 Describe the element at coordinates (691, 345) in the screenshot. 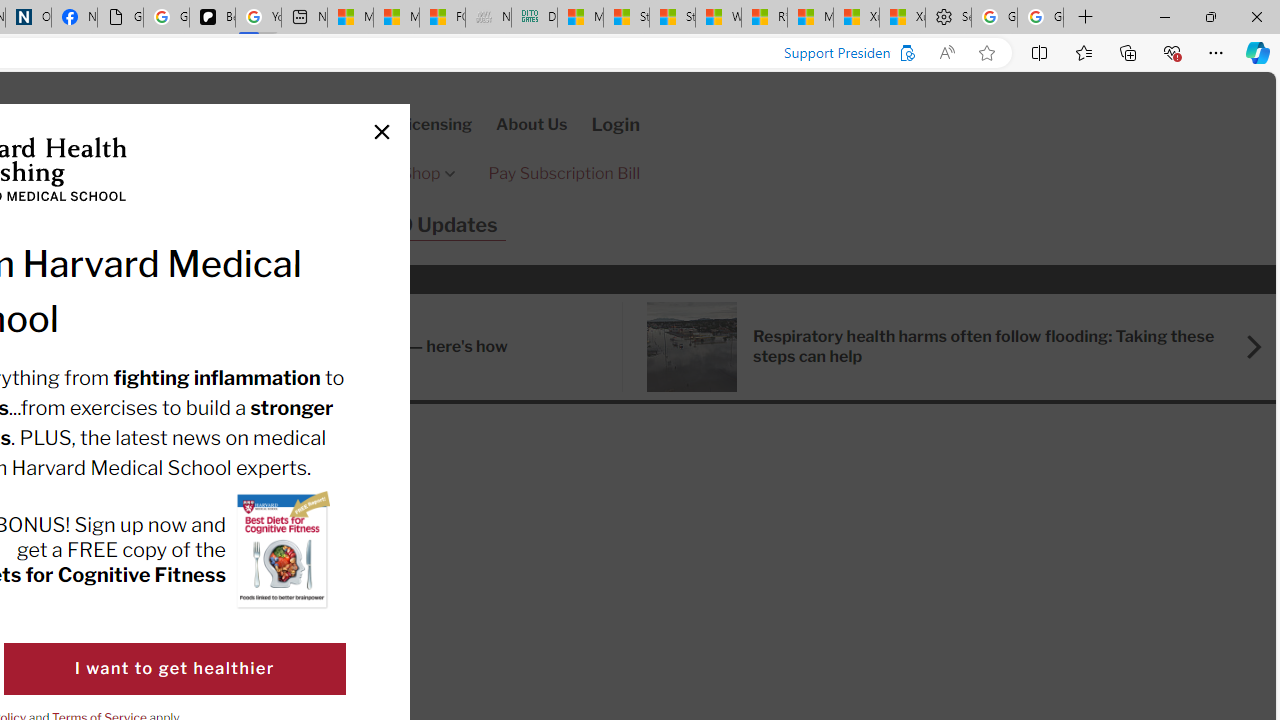

I see `'blog image 1'` at that location.